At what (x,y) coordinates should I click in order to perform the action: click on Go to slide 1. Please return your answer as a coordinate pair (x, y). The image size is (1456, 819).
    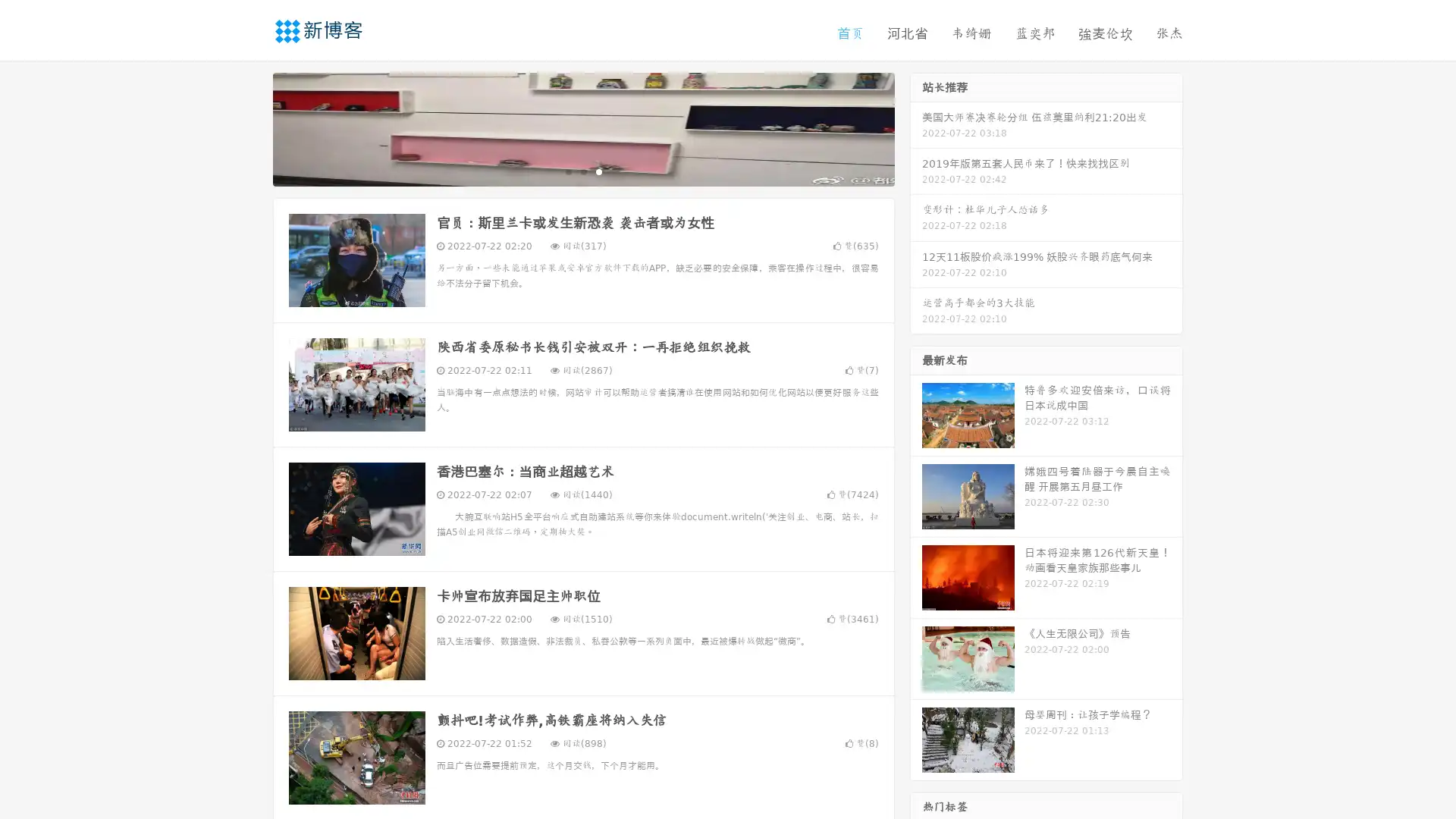
    Looking at the image, I should click on (567, 171).